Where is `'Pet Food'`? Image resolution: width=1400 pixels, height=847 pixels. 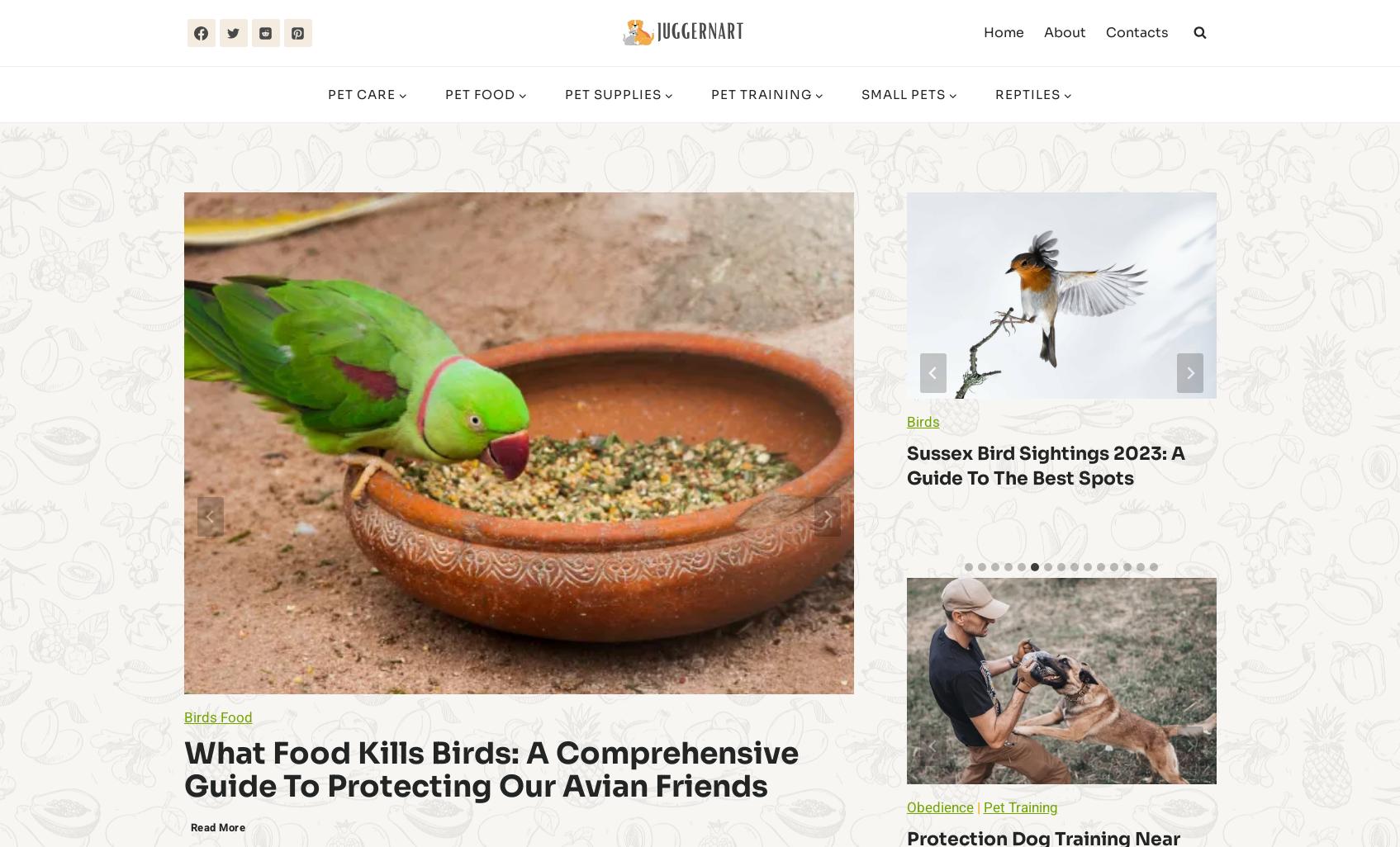 'Pet Food' is located at coordinates (479, 93).